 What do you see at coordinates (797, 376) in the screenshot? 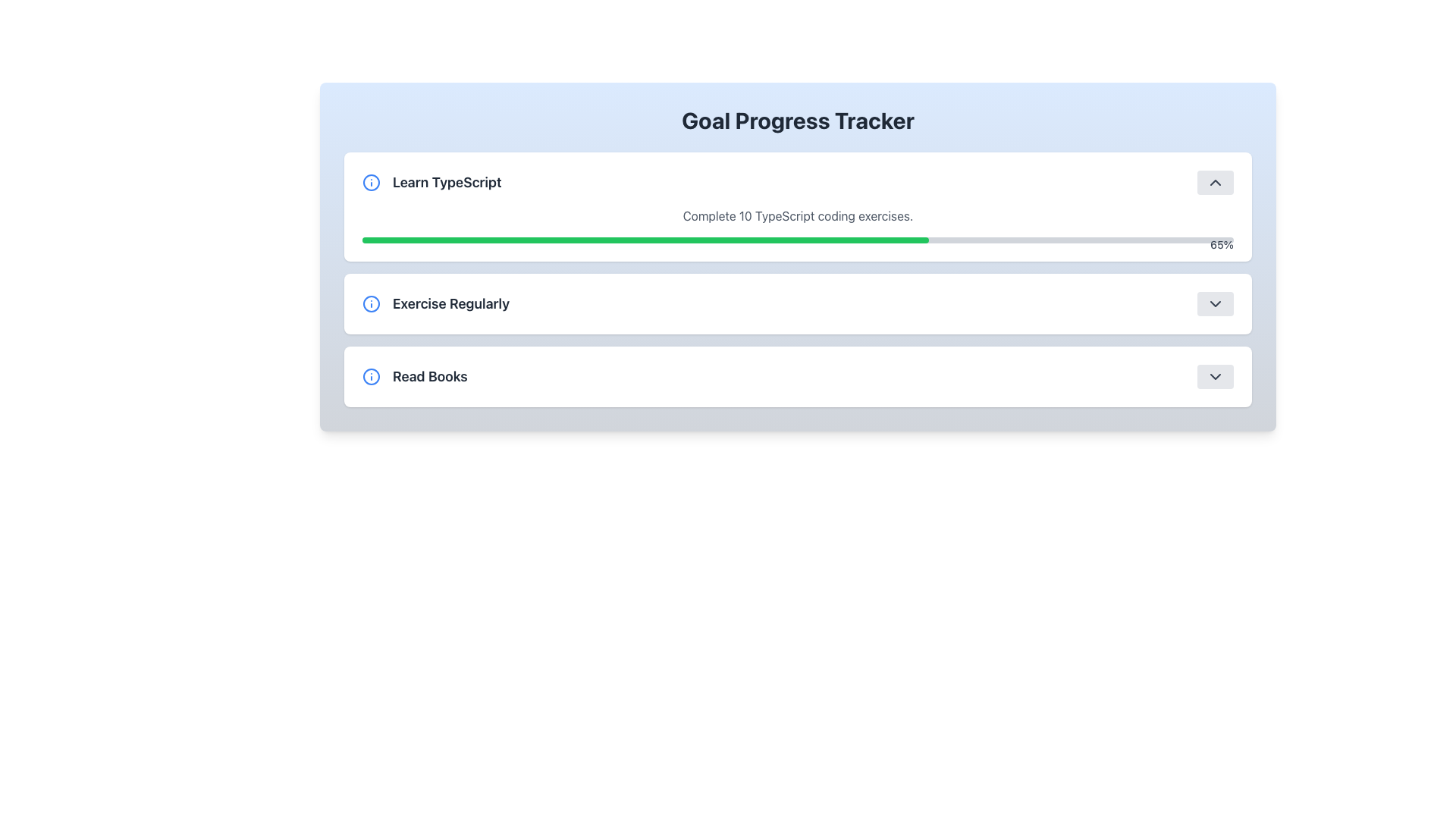
I see `the 'Read Books' card element, which is the third item in a vertical list of similar cards, featuring a white background, rounded corners, and associated icons` at bounding box center [797, 376].